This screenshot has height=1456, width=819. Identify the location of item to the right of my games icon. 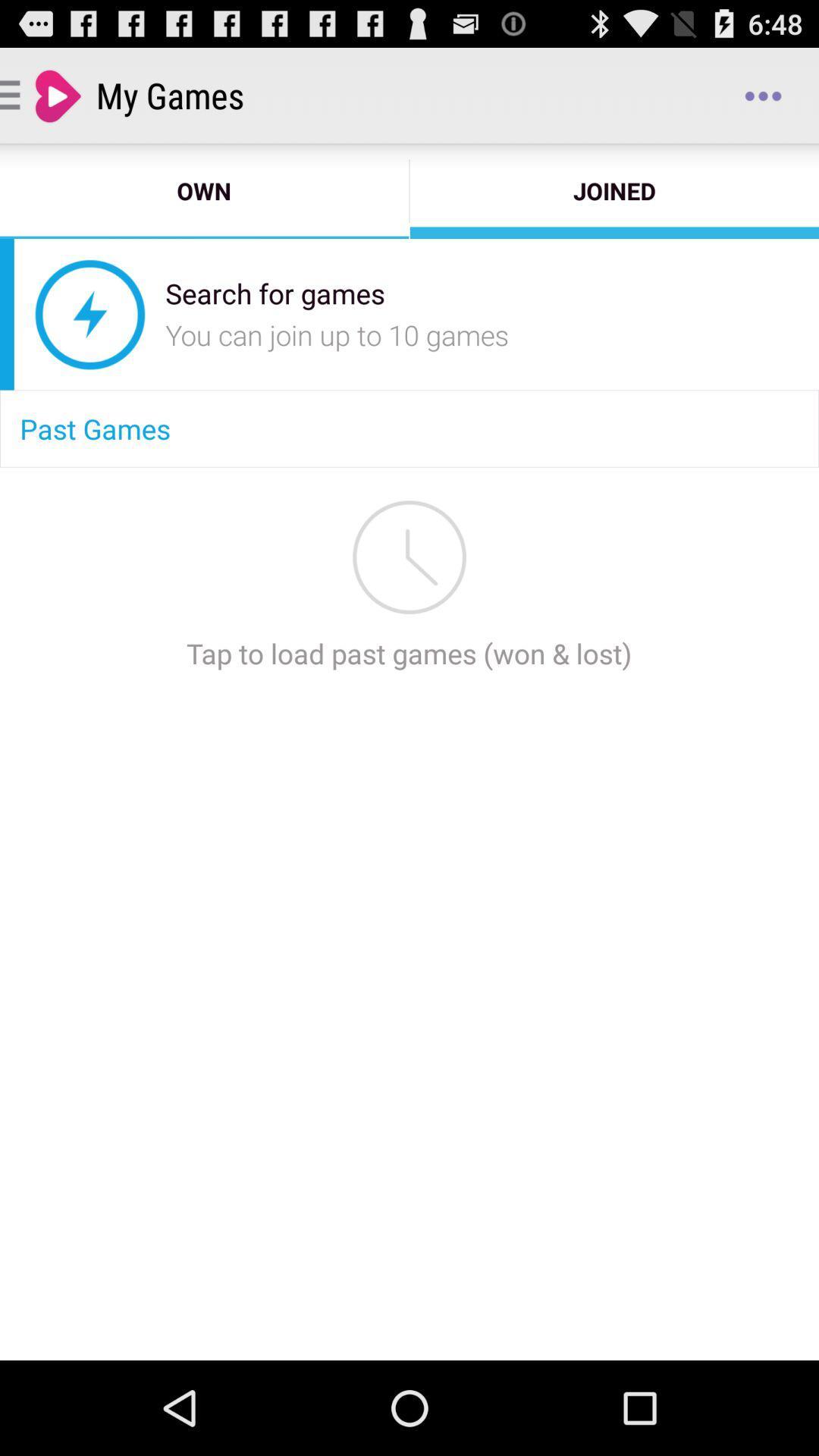
(763, 94).